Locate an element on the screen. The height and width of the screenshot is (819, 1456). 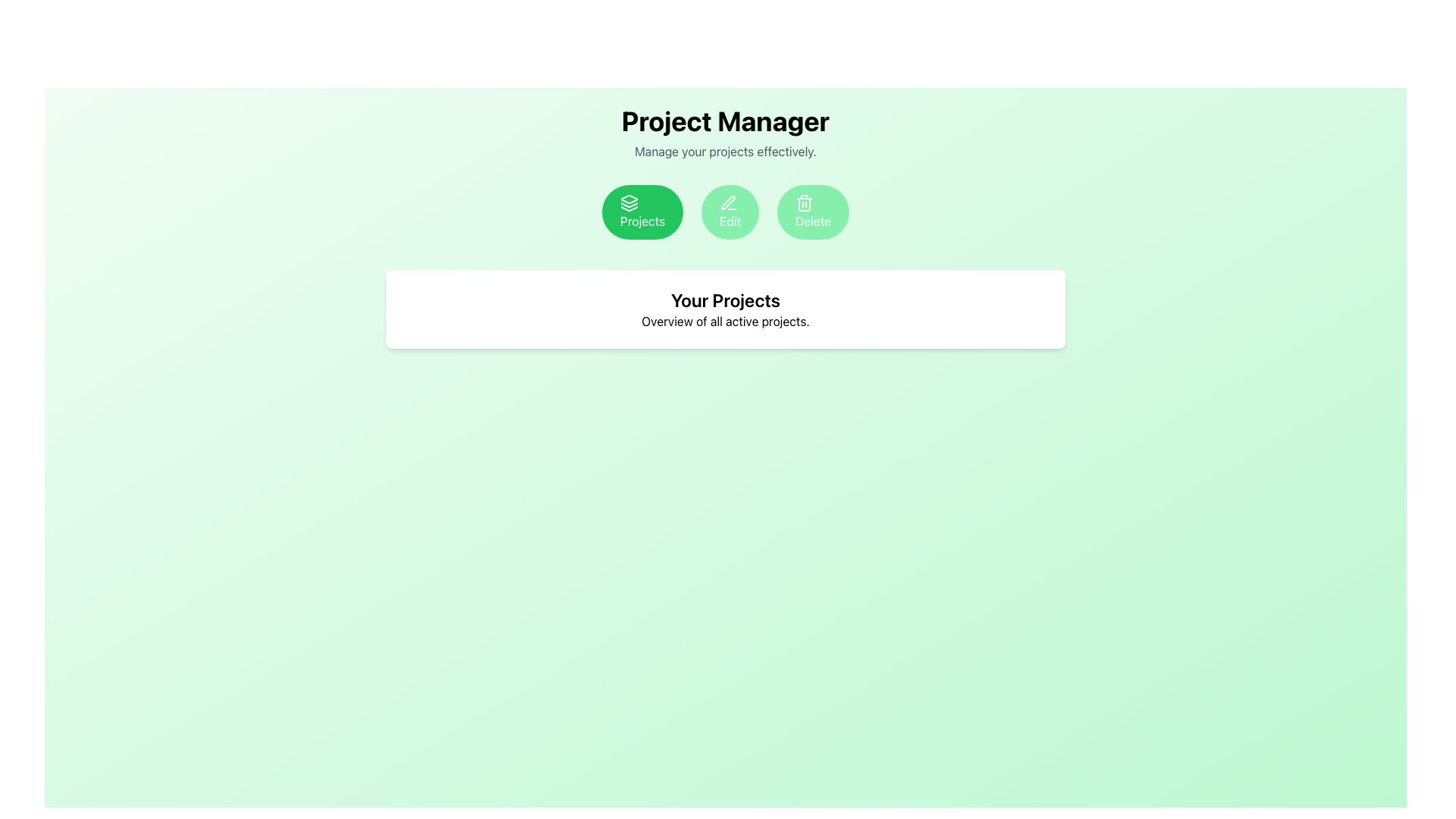
the 'Edit' action icon located within the 'Edit' button in the 'Project Manager' section is located at coordinates (729, 202).